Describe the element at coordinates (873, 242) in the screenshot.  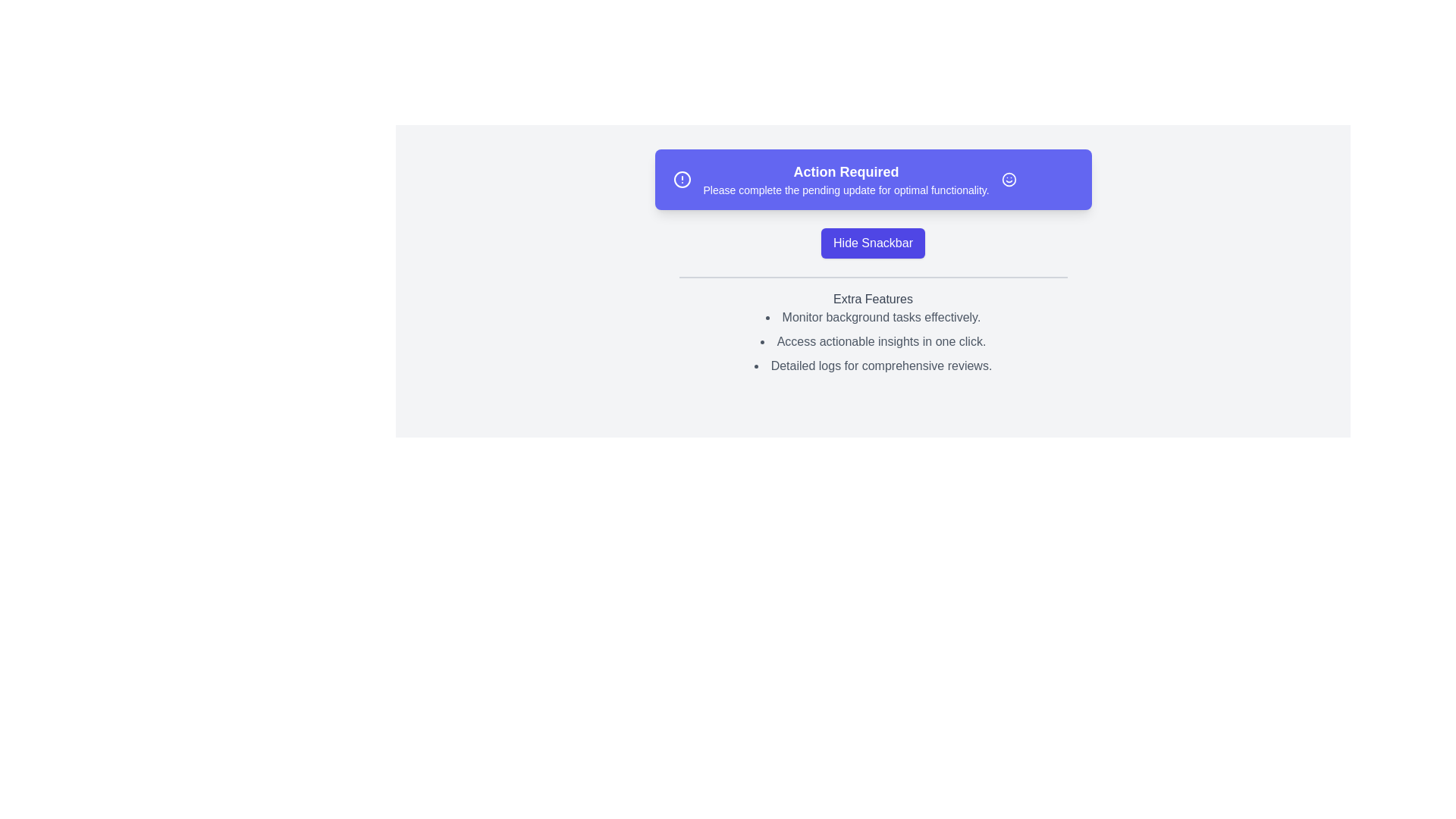
I see `the 'Hide Snackbar' button to hide the snackbar` at that location.